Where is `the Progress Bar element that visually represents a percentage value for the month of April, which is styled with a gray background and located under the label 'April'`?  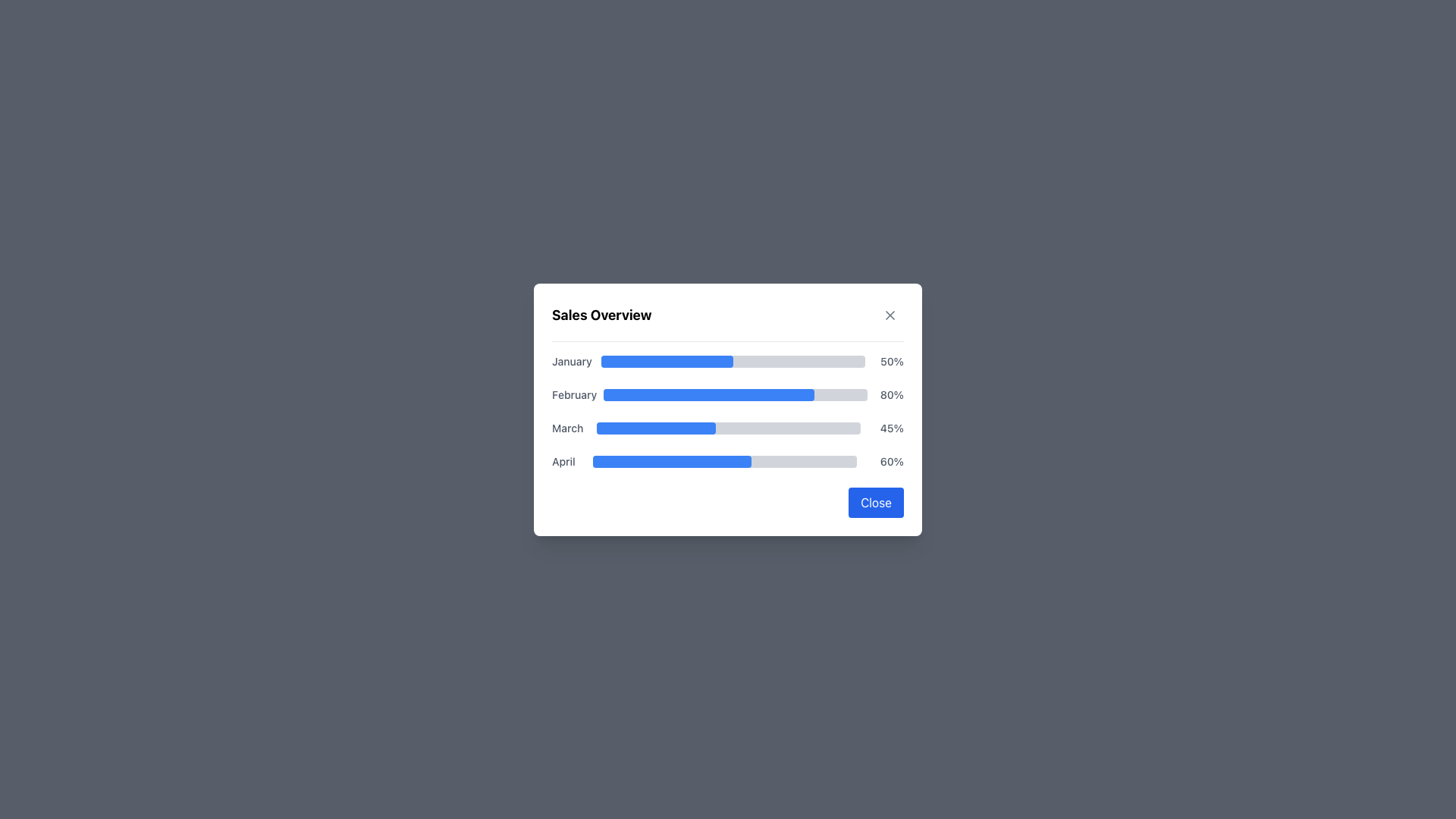 the Progress Bar element that visually represents a percentage value for the month of April, which is styled with a gray background and located under the label 'April' is located at coordinates (671, 460).